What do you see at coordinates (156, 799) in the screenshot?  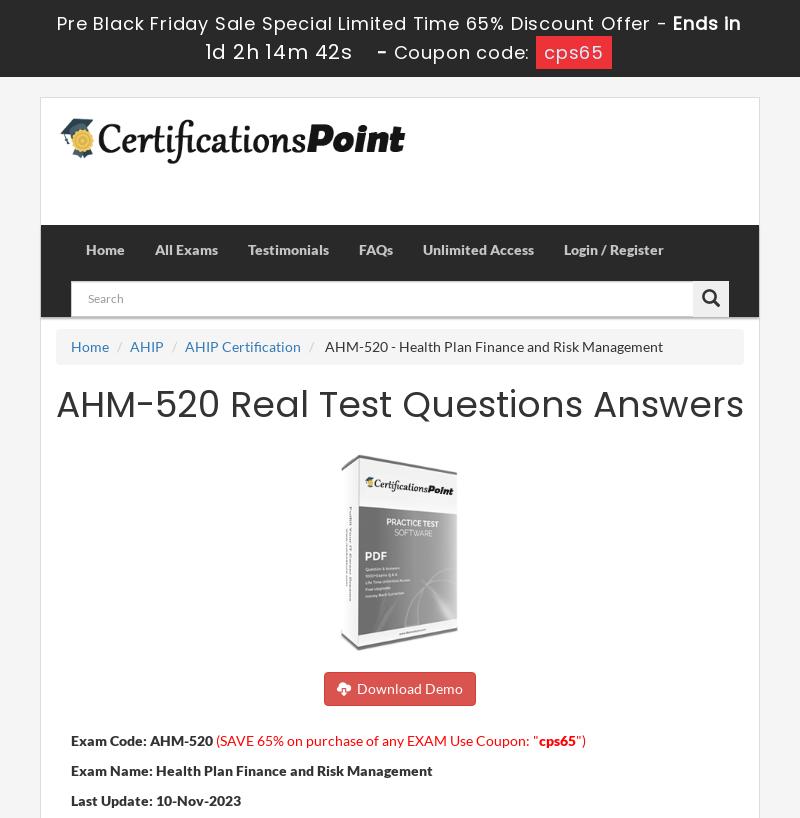 I see `'Last Update: 10-Nov-2023'` at bounding box center [156, 799].